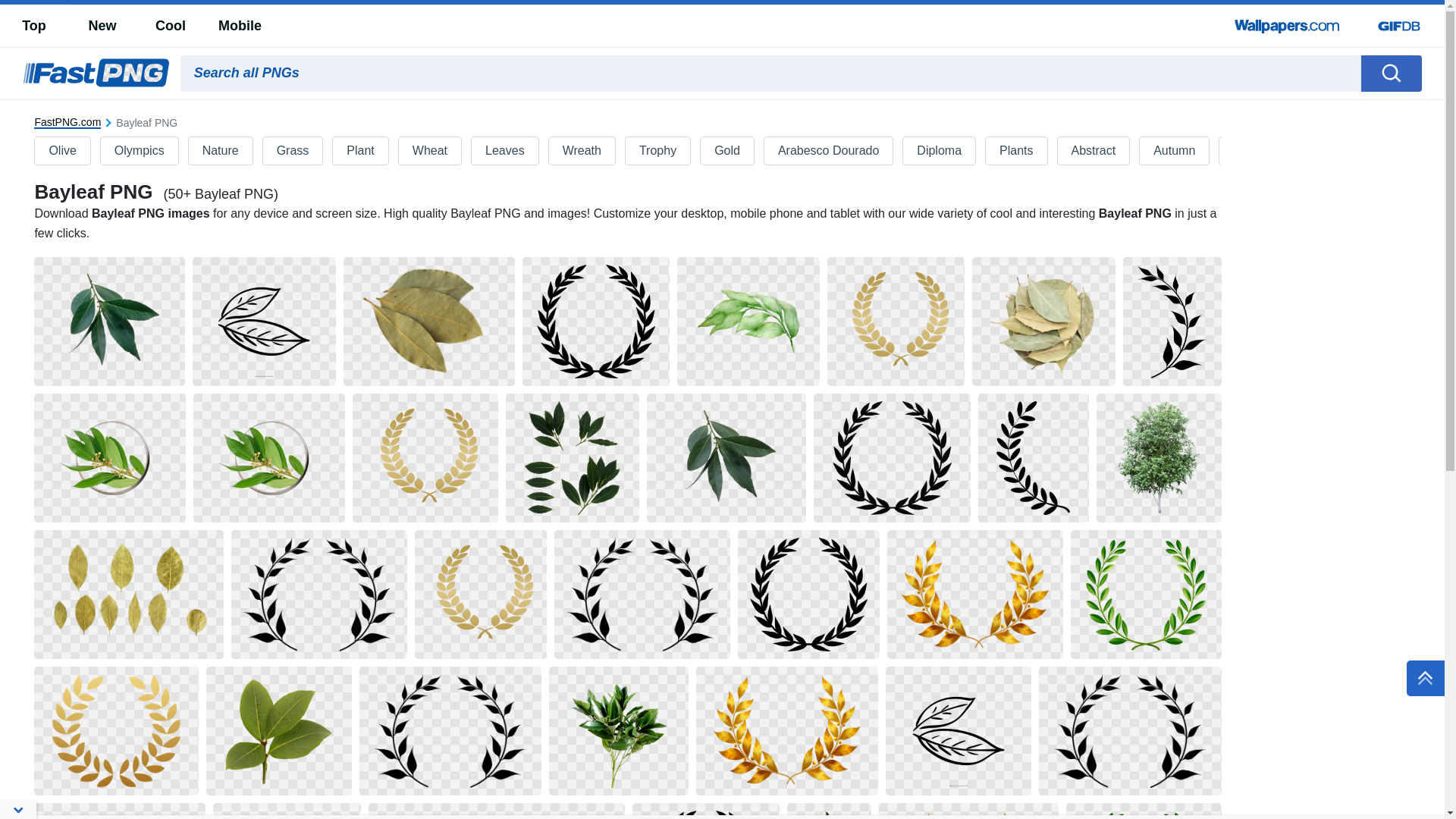 This screenshot has height=819, width=1456. What do you see at coordinates (548, 151) in the screenshot?
I see `'Wreath'` at bounding box center [548, 151].